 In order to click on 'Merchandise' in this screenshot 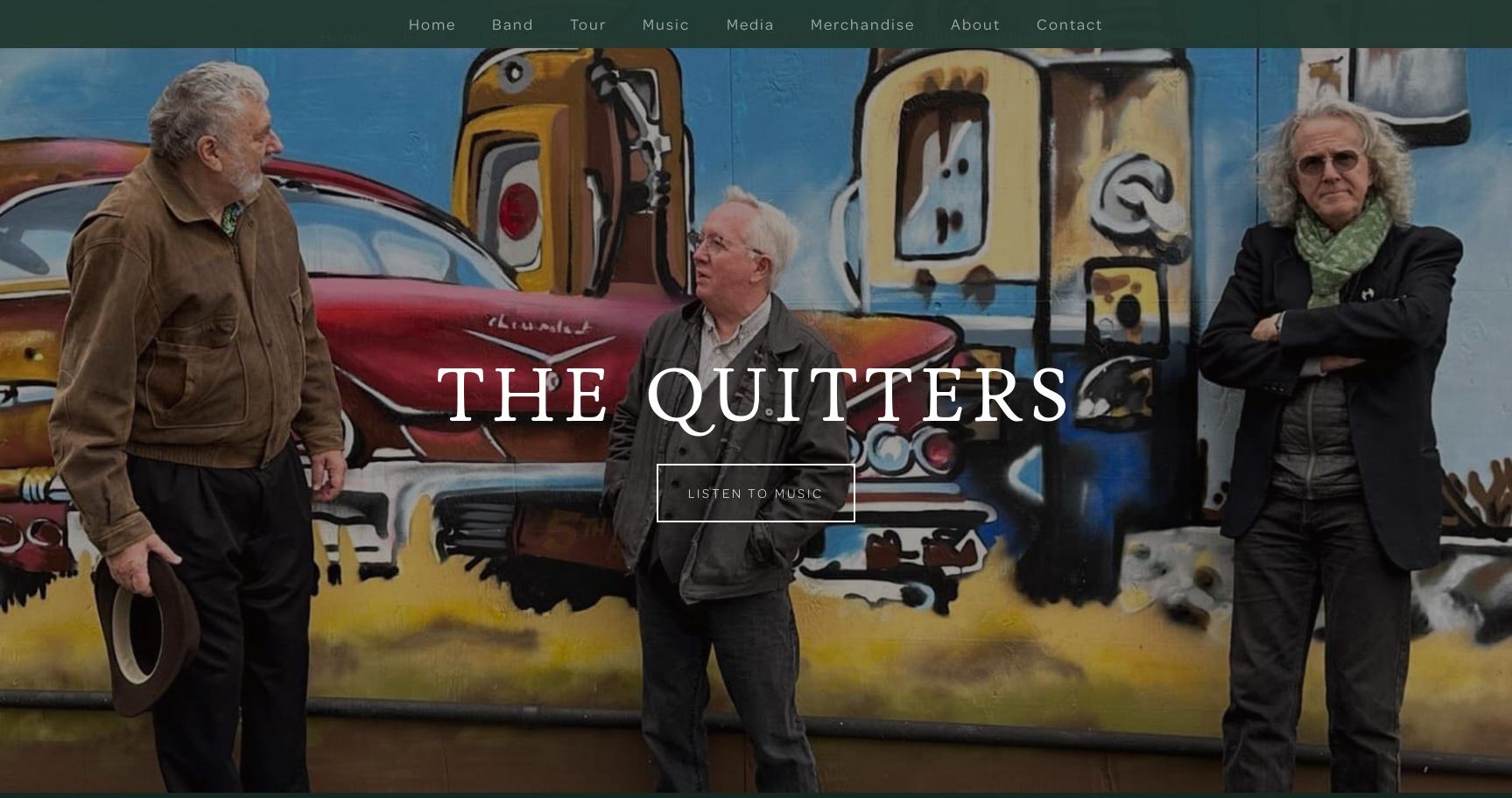, I will do `click(994, 35)`.